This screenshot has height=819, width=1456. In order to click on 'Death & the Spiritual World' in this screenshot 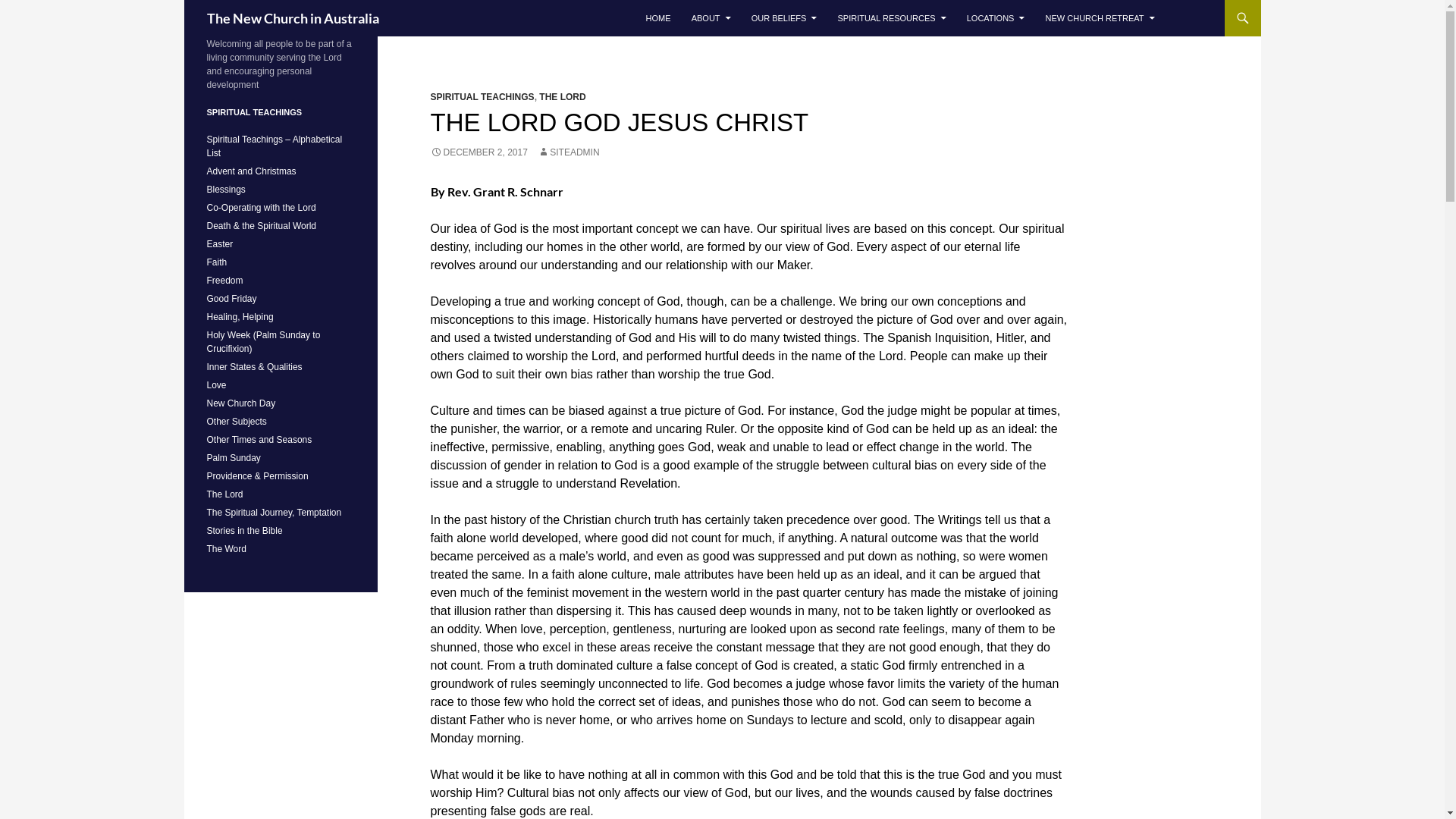, I will do `click(261, 225)`.